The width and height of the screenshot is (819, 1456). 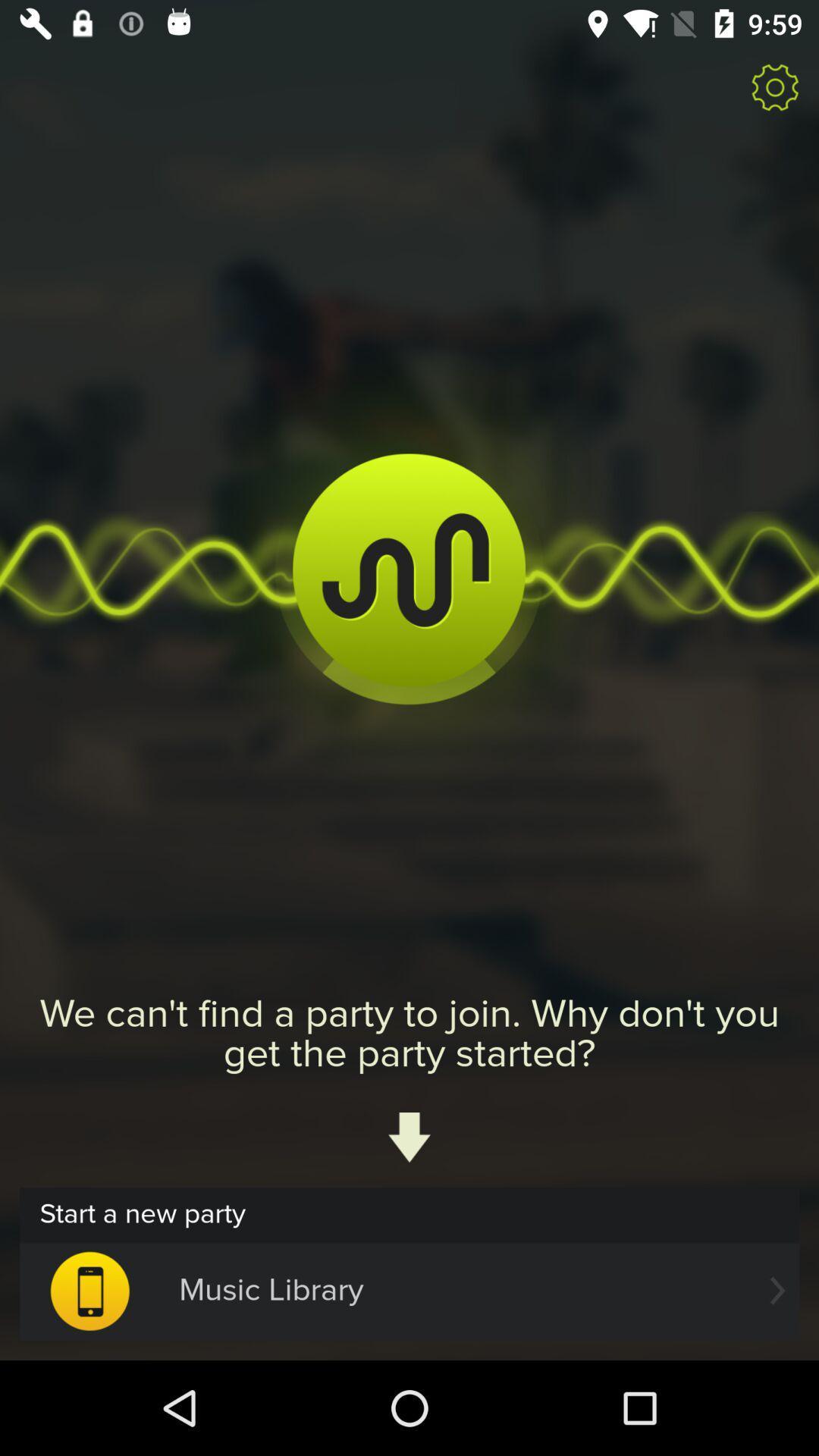 What do you see at coordinates (409, 1290) in the screenshot?
I see `item below start a new item` at bounding box center [409, 1290].